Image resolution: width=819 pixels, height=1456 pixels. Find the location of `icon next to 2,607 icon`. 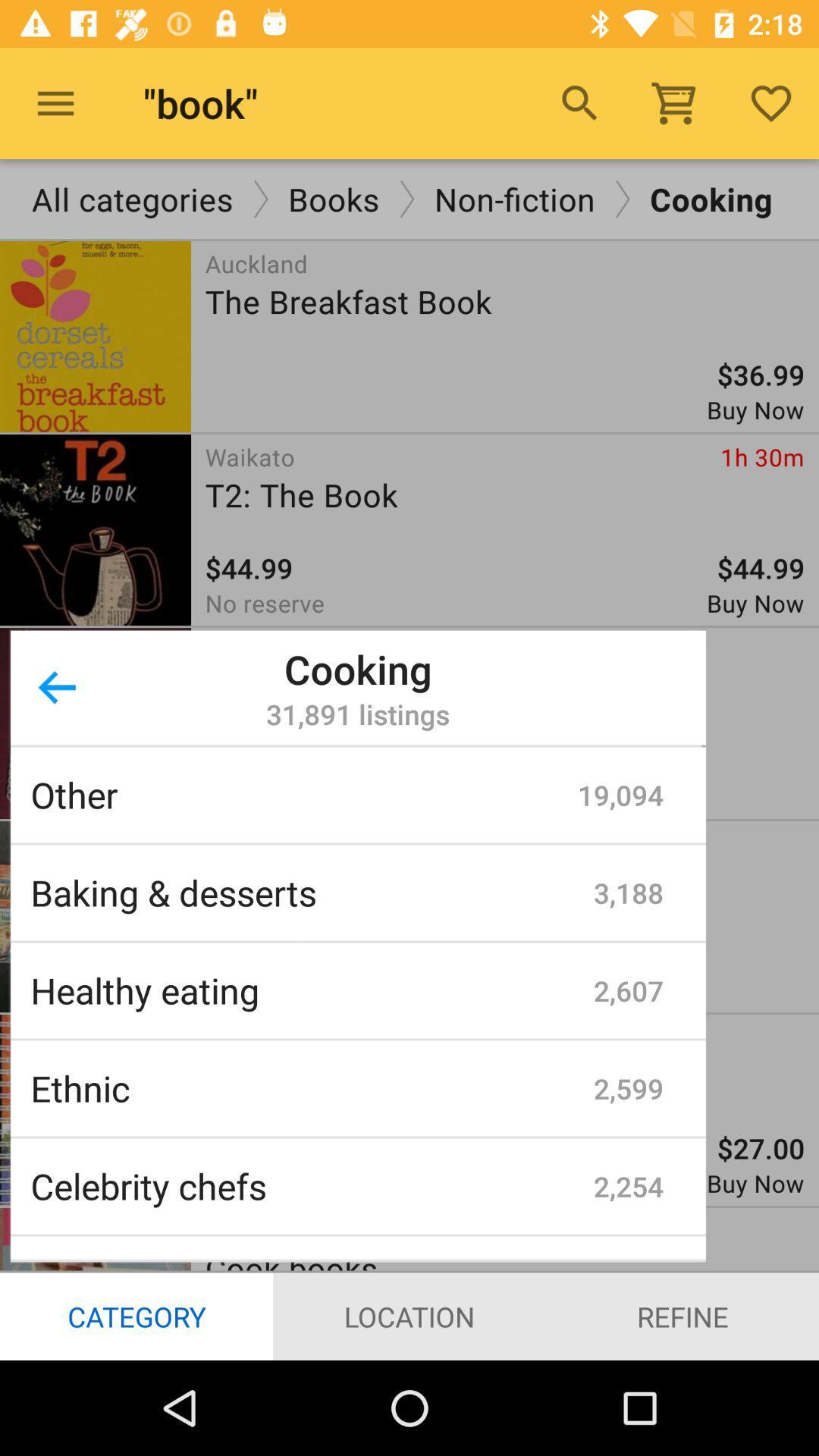

icon next to 2,607 icon is located at coordinates (311, 990).